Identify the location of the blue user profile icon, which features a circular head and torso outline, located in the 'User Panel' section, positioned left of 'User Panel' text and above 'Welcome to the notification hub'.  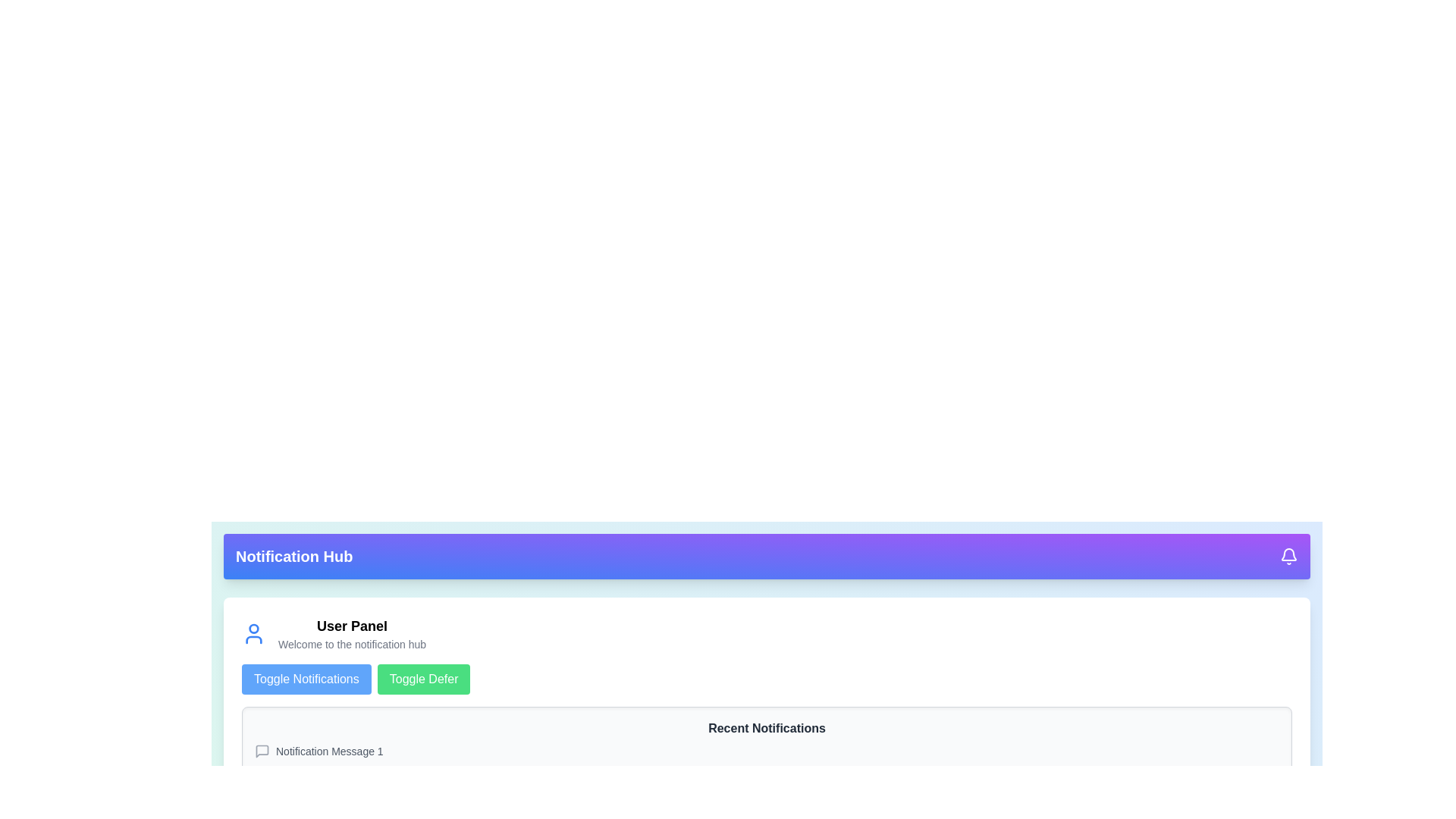
(254, 634).